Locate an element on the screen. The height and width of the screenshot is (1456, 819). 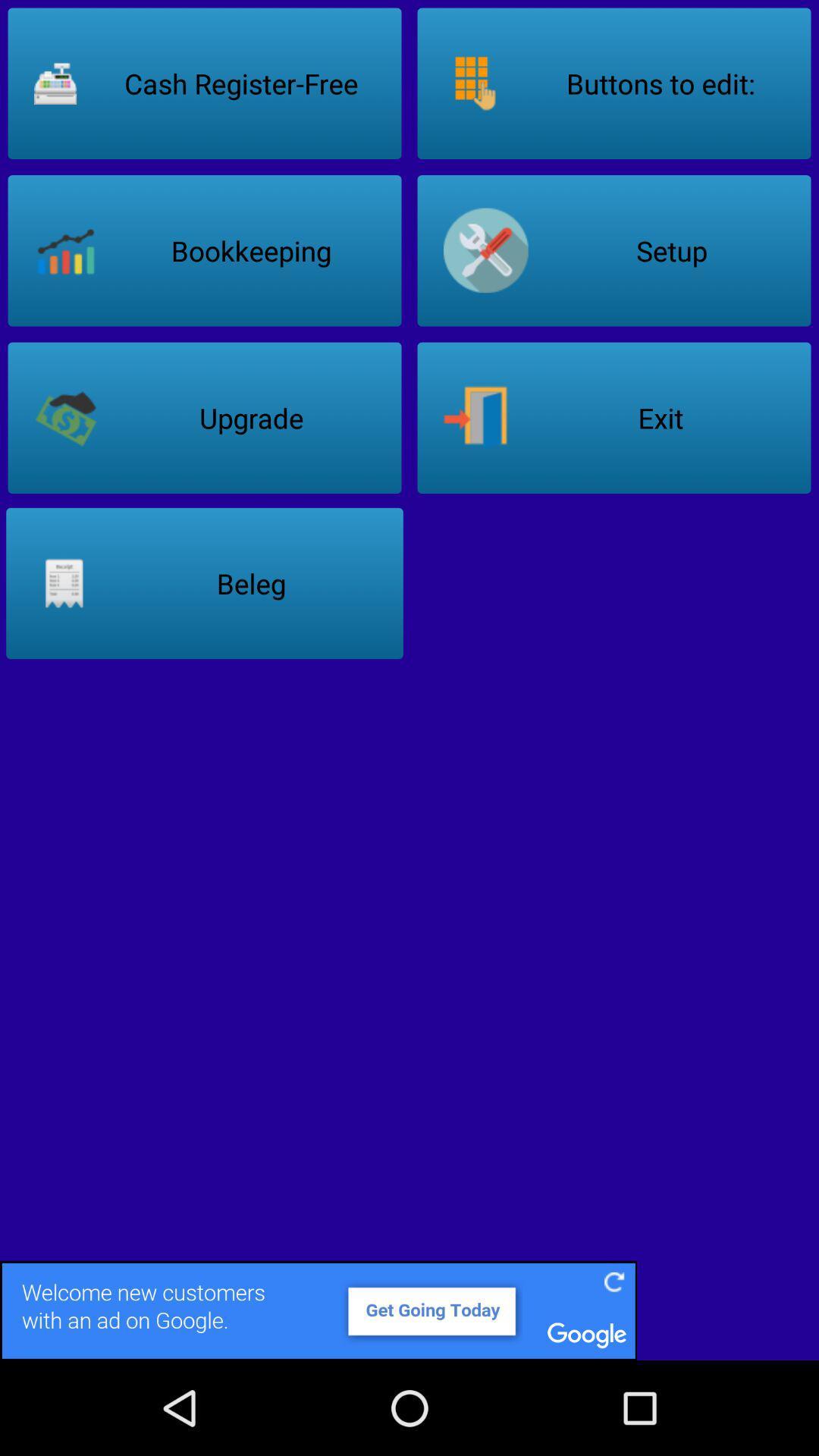
its an advertisement is located at coordinates (409, 1310).